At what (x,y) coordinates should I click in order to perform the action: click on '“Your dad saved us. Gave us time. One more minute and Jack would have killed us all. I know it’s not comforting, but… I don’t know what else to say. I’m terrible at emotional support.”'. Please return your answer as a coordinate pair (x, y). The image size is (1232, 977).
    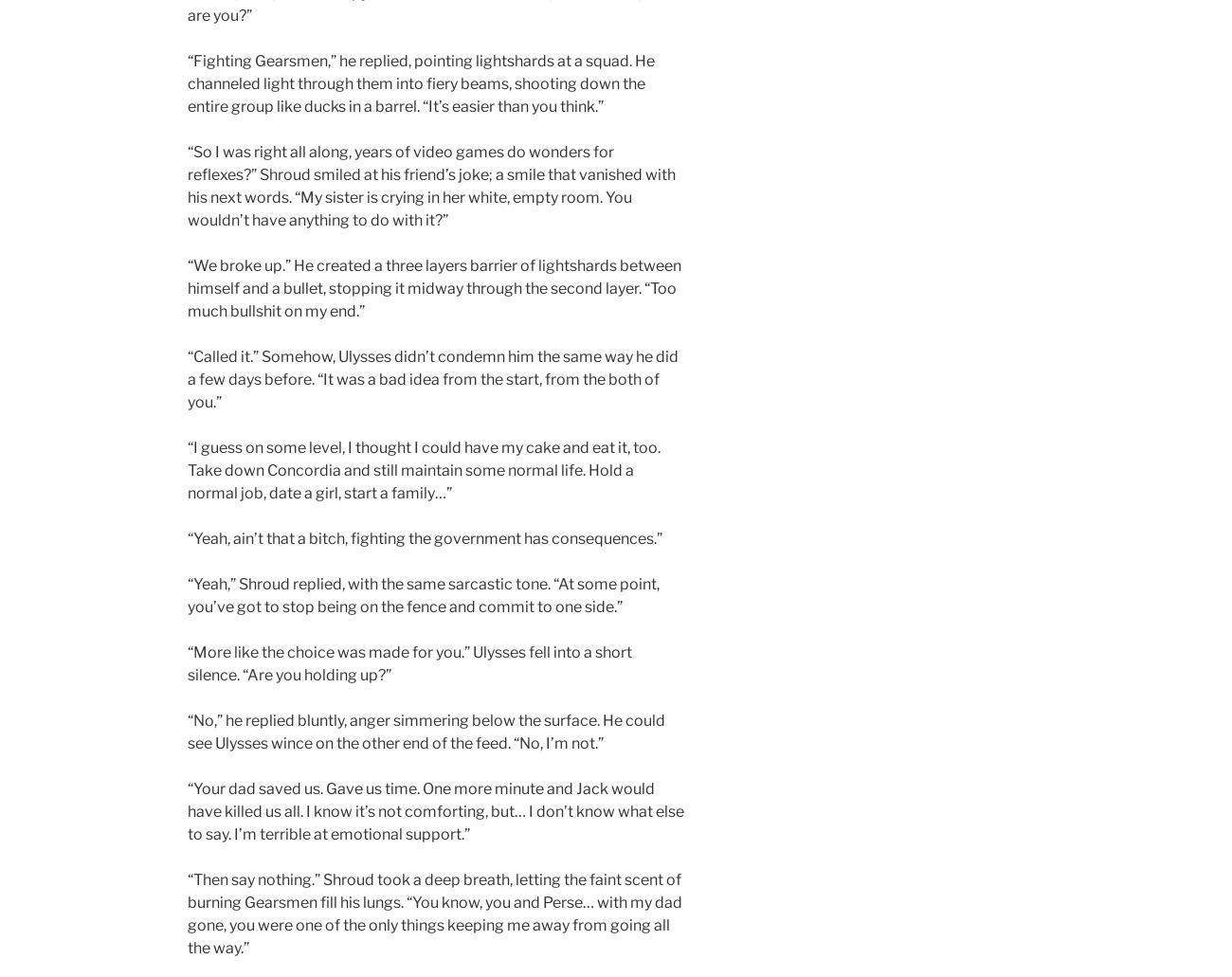
    Looking at the image, I should click on (434, 811).